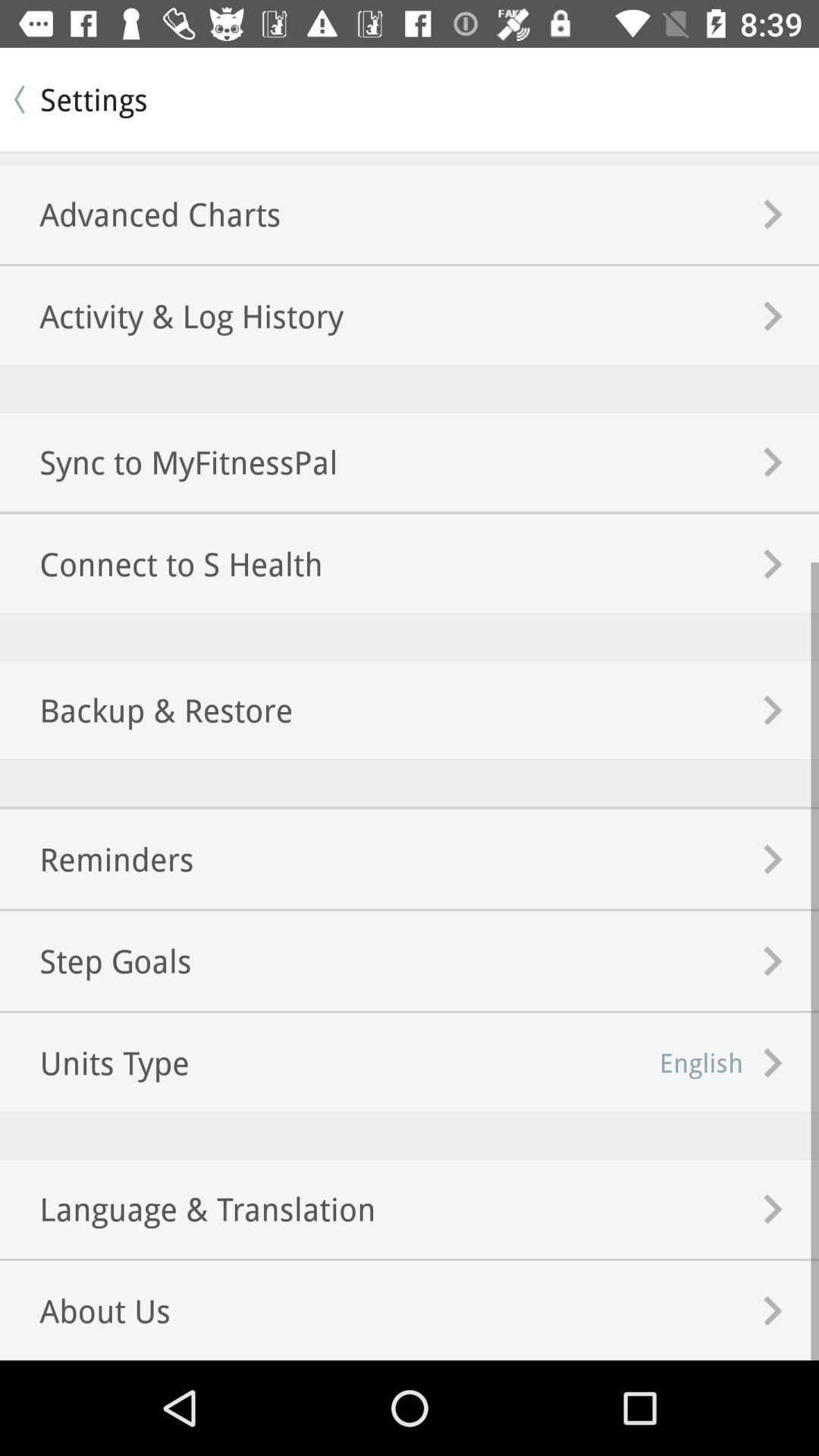 This screenshot has height=1456, width=819. I want to click on the icon next to step goals icon, so click(701, 1062).